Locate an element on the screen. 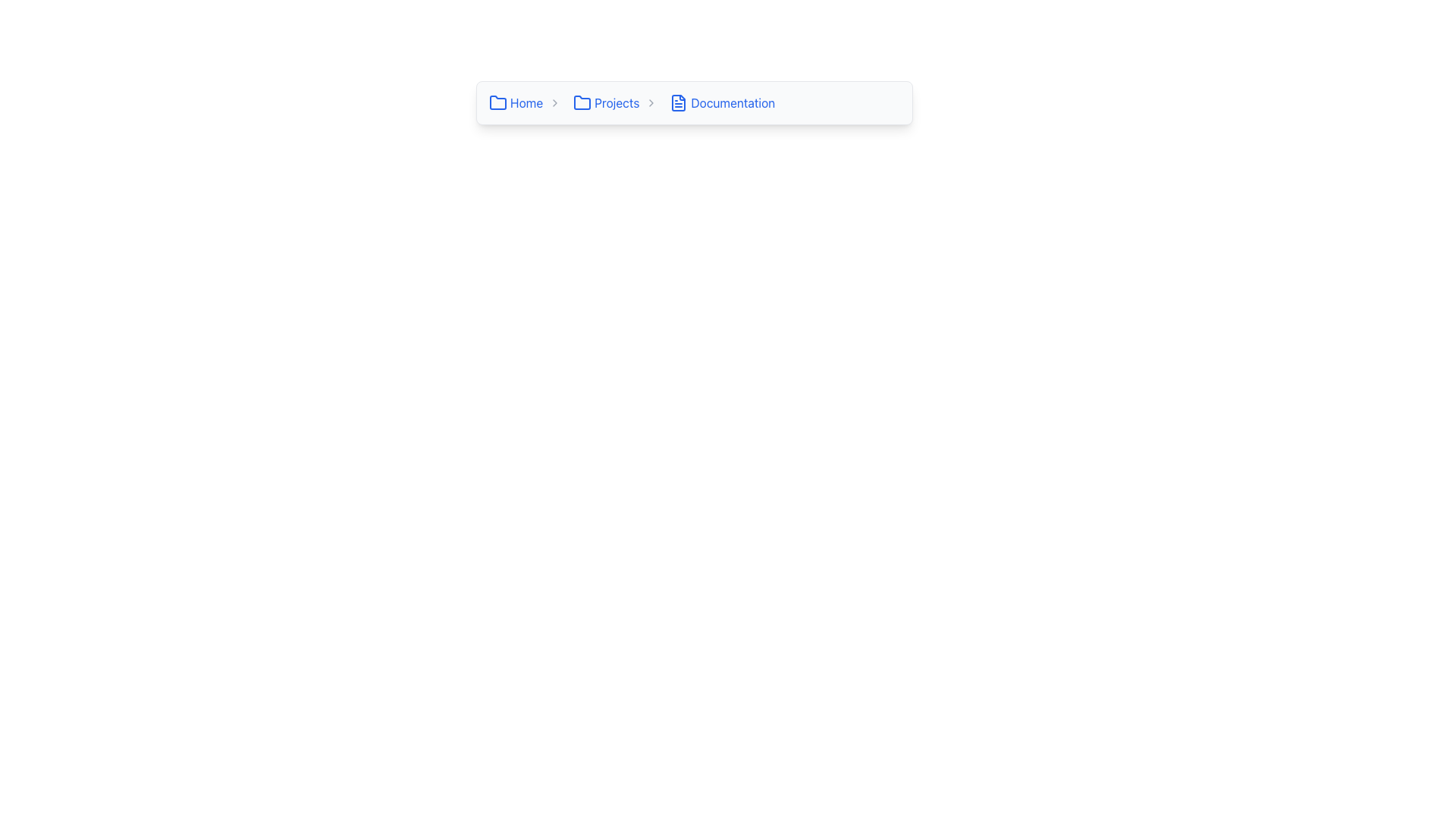 This screenshot has height=819, width=1456. the blue folder icon representing the 'Home' breadcrumb link is located at coordinates (498, 102).